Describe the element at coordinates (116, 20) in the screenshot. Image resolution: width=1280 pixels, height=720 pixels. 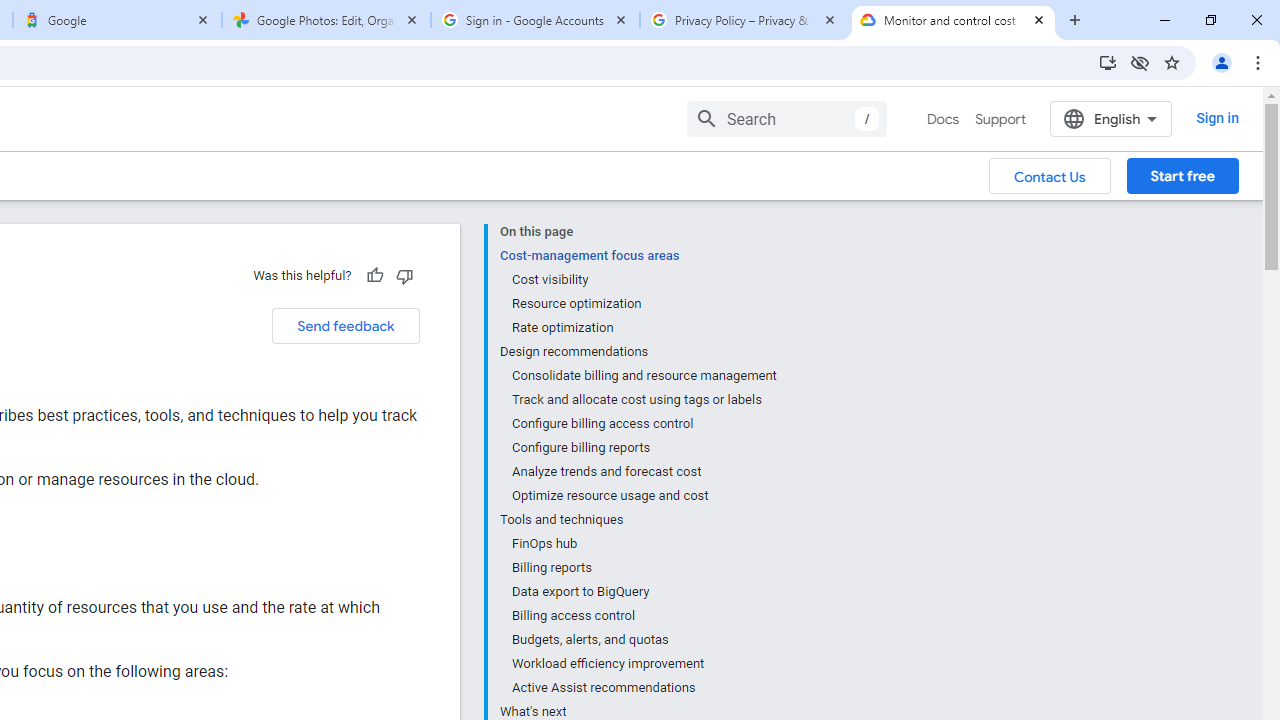
I see `'Google'` at that location.